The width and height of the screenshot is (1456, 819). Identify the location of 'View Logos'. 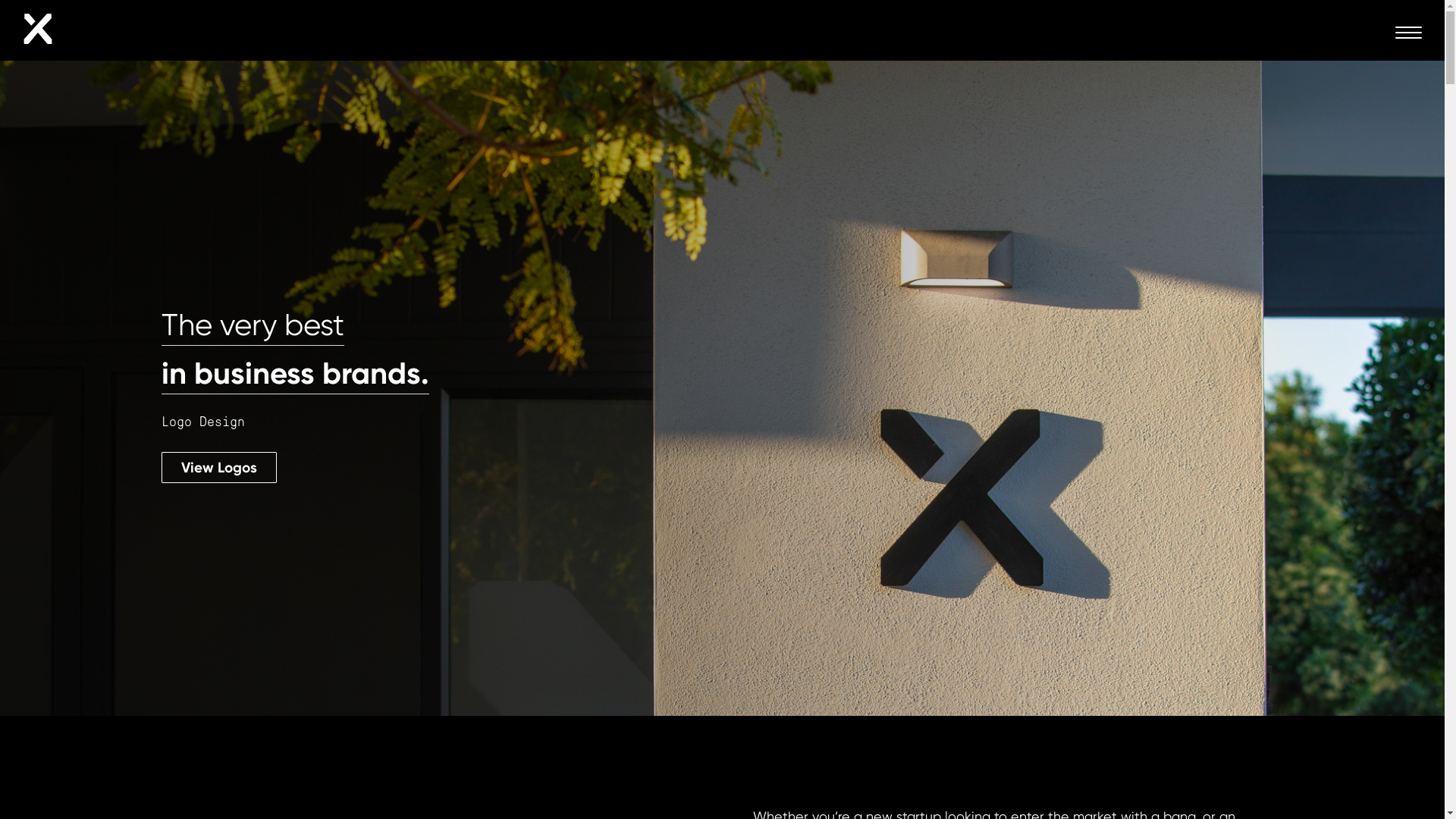
(218, 466).